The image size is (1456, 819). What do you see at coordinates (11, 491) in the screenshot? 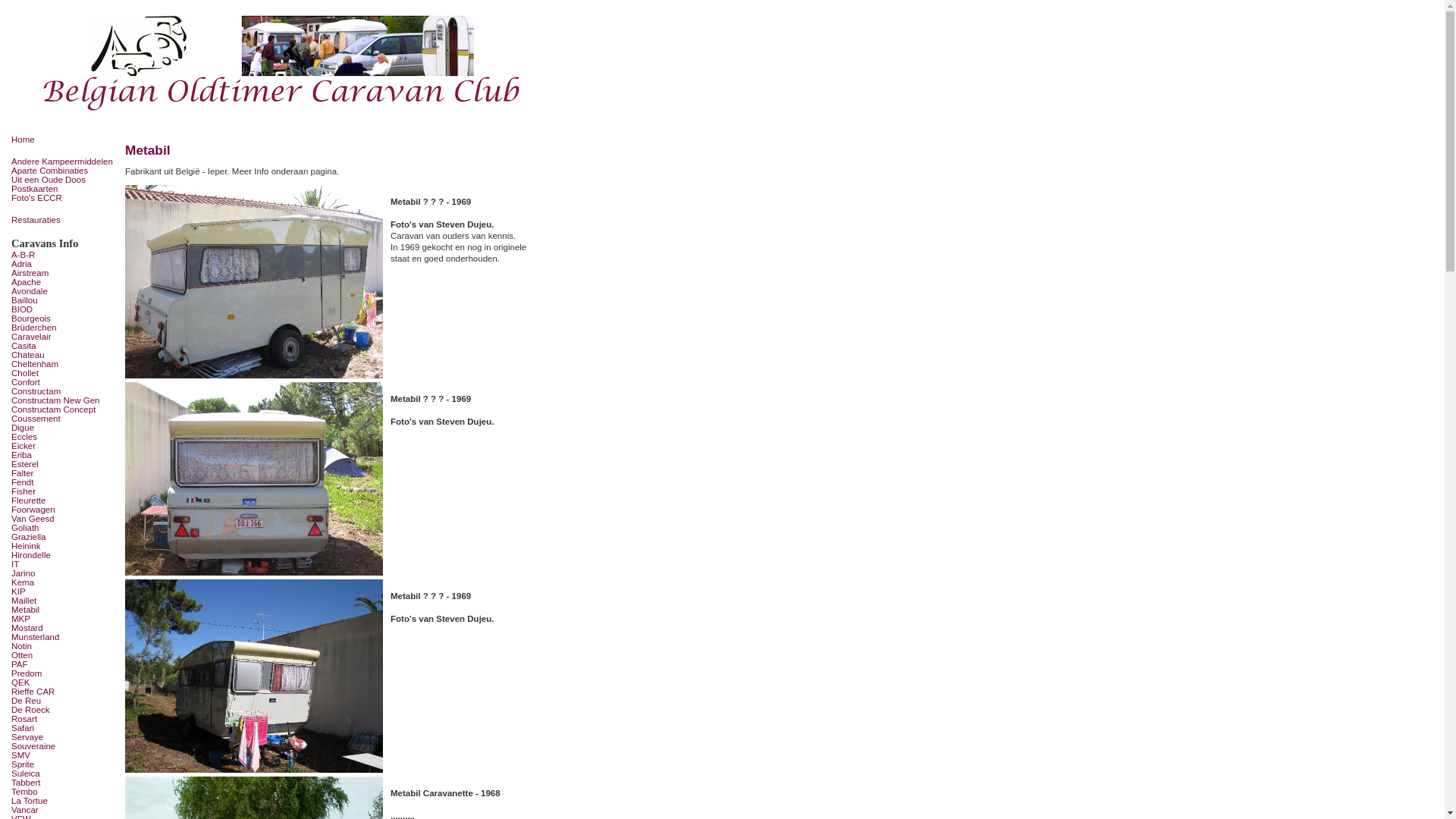
I see `'Fisher'` at bounding box center [11, 491].